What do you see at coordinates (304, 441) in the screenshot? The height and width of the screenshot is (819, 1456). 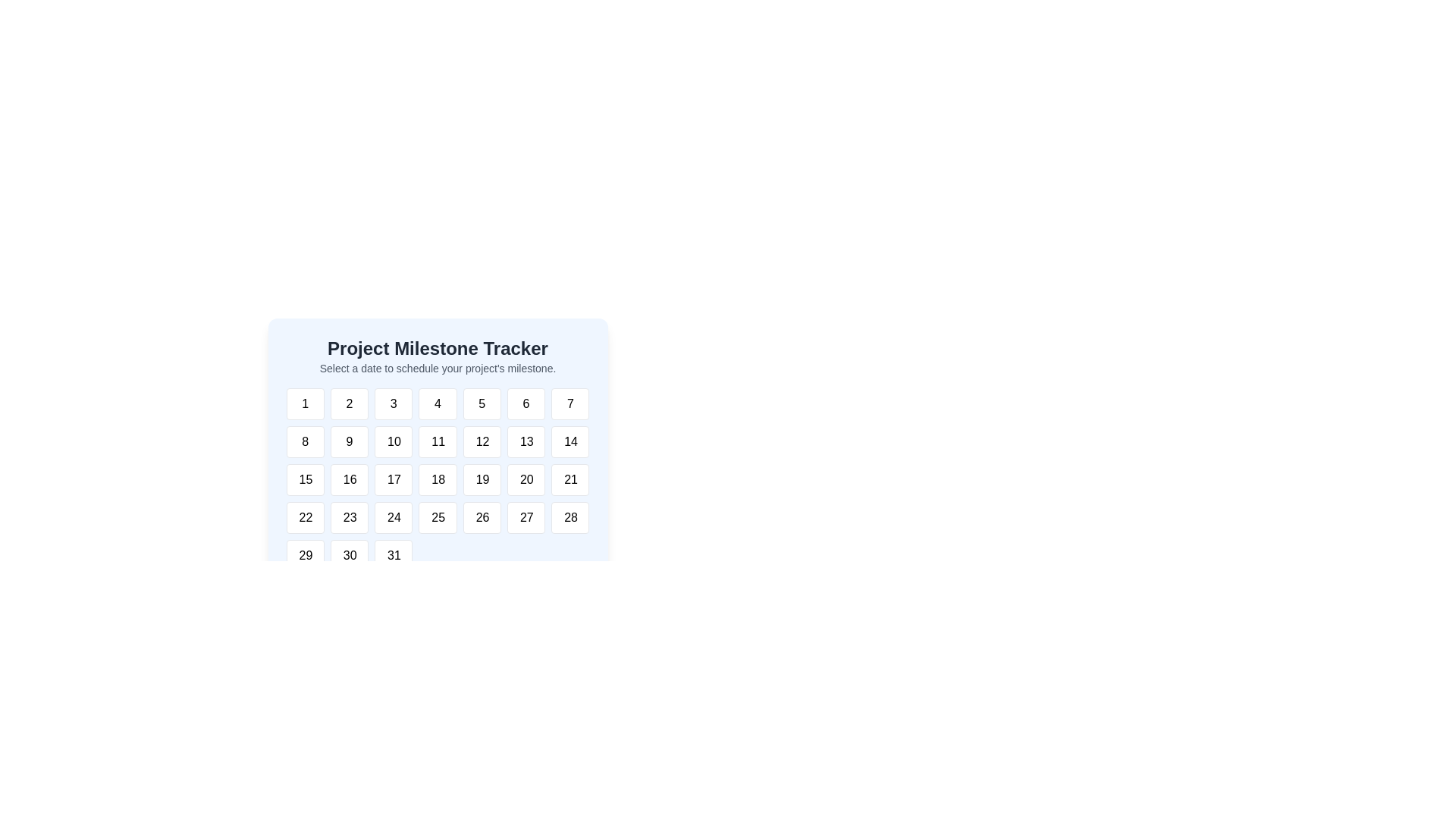 I see `the button displaying the number '8' in the Project Milestone Tracker calendar interface` at bounding box center [304, 441].